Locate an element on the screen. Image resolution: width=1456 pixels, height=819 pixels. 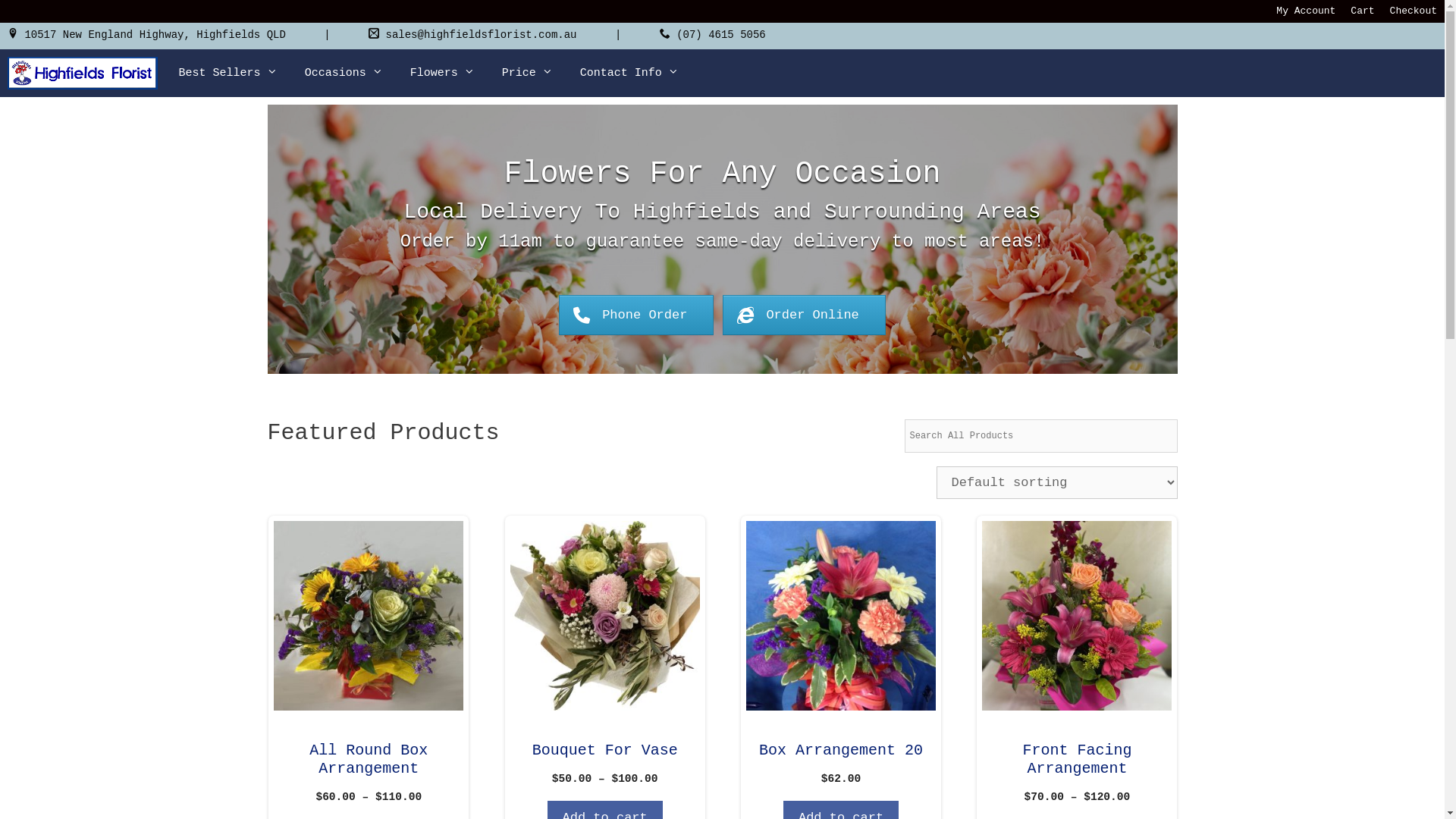
'Contact Info' is located at coordinates (629, 72).